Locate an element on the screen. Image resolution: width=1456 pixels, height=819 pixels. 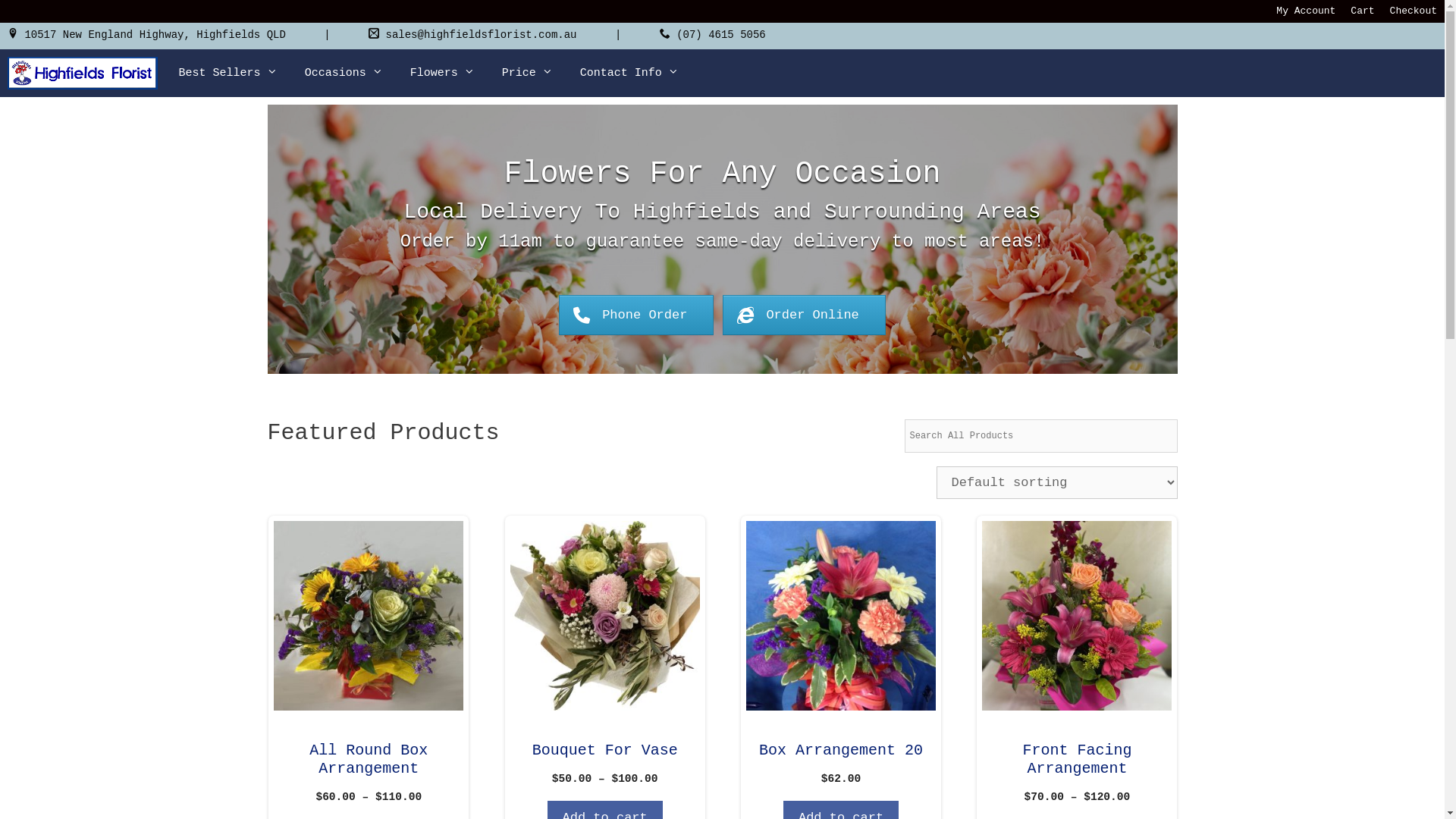
'Contact Info' is located at coordinates (629, 72).